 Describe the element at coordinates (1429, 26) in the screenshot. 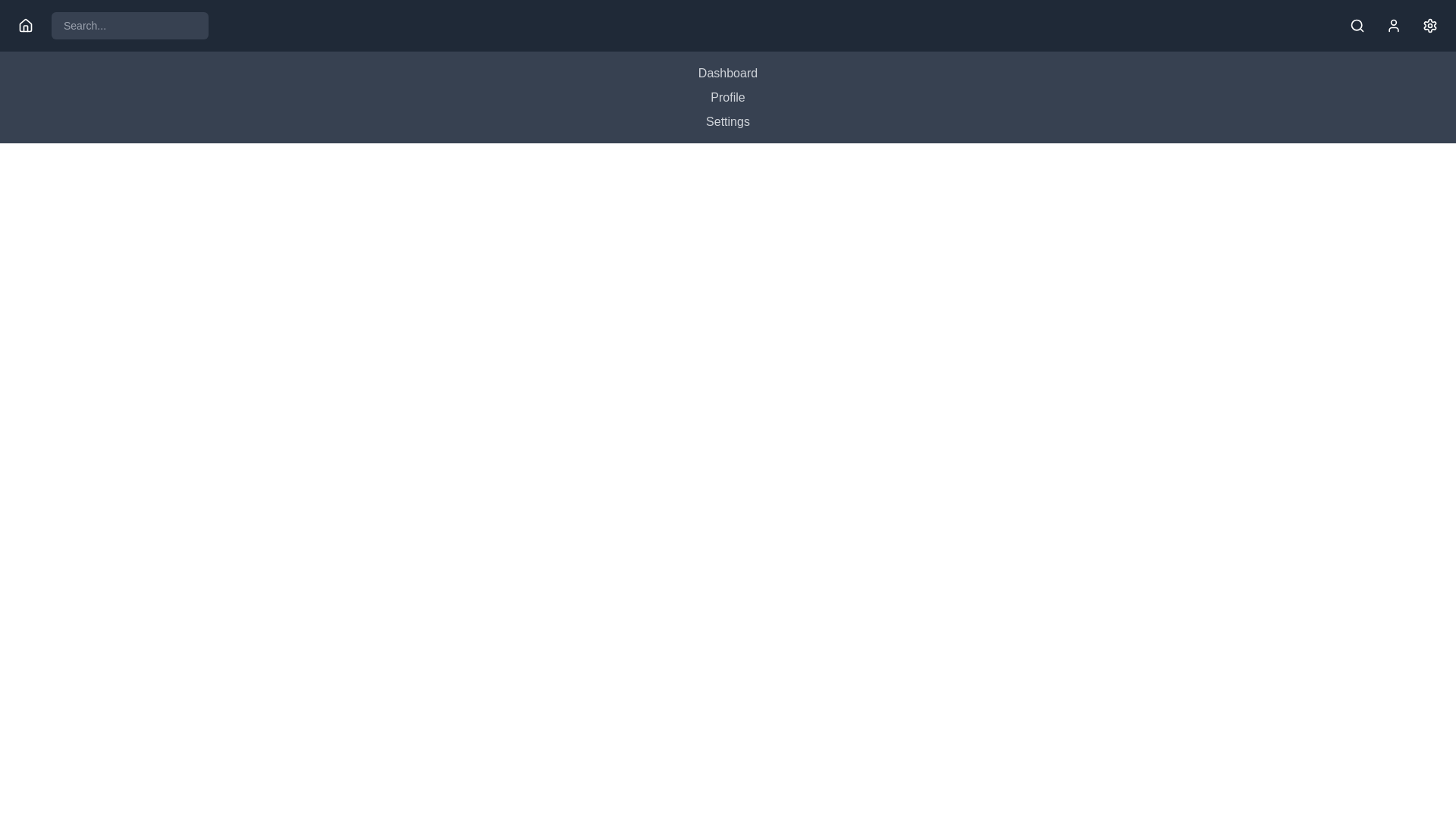

I see `the settings icon represented by a gear-like symbol located at the top-right corner of the interface` at that location.